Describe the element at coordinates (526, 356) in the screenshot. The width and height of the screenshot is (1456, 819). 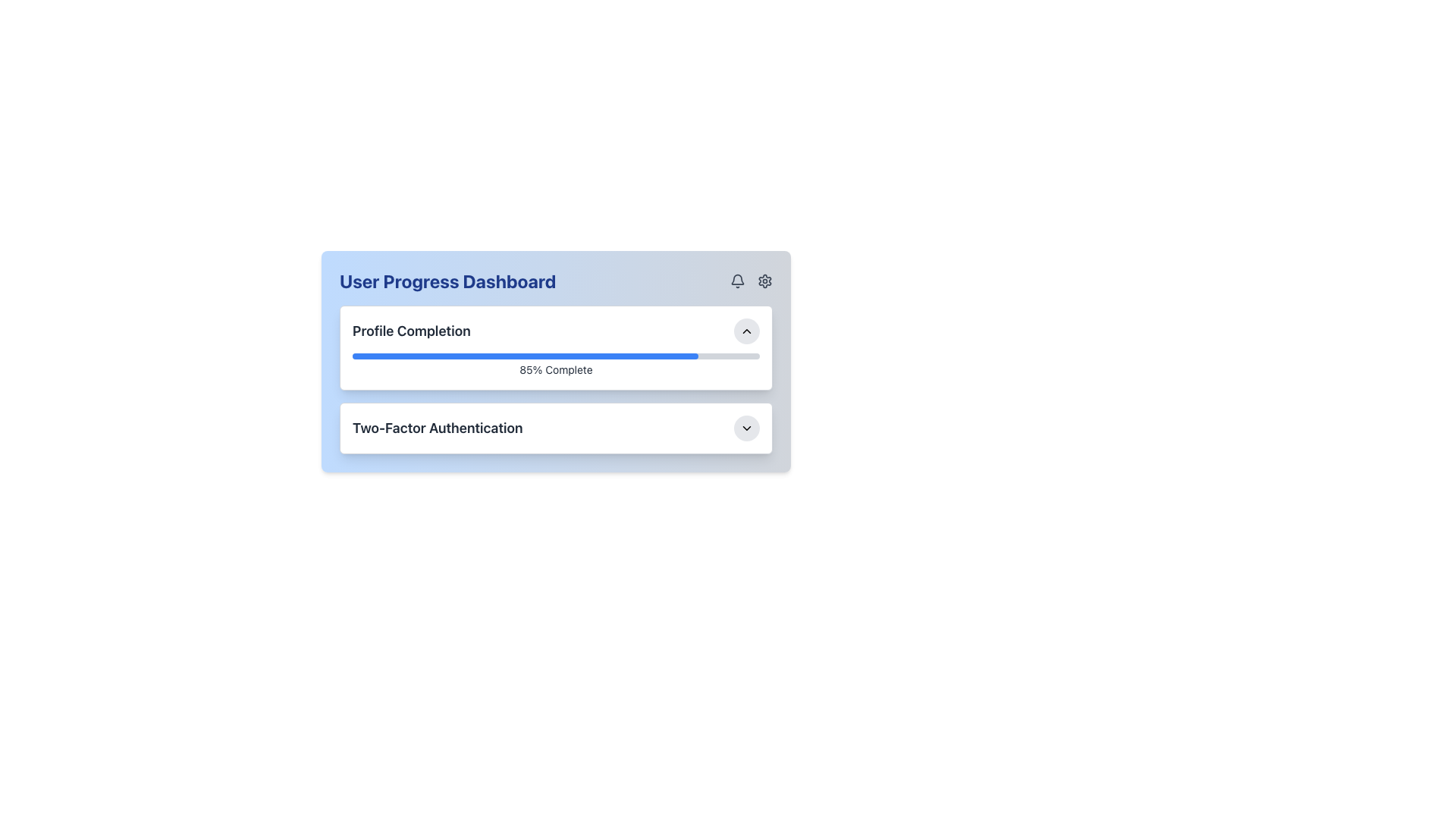
I see `the blue progress bar representing 85% completion in the 'User Progress Dashboard' section` at that location.